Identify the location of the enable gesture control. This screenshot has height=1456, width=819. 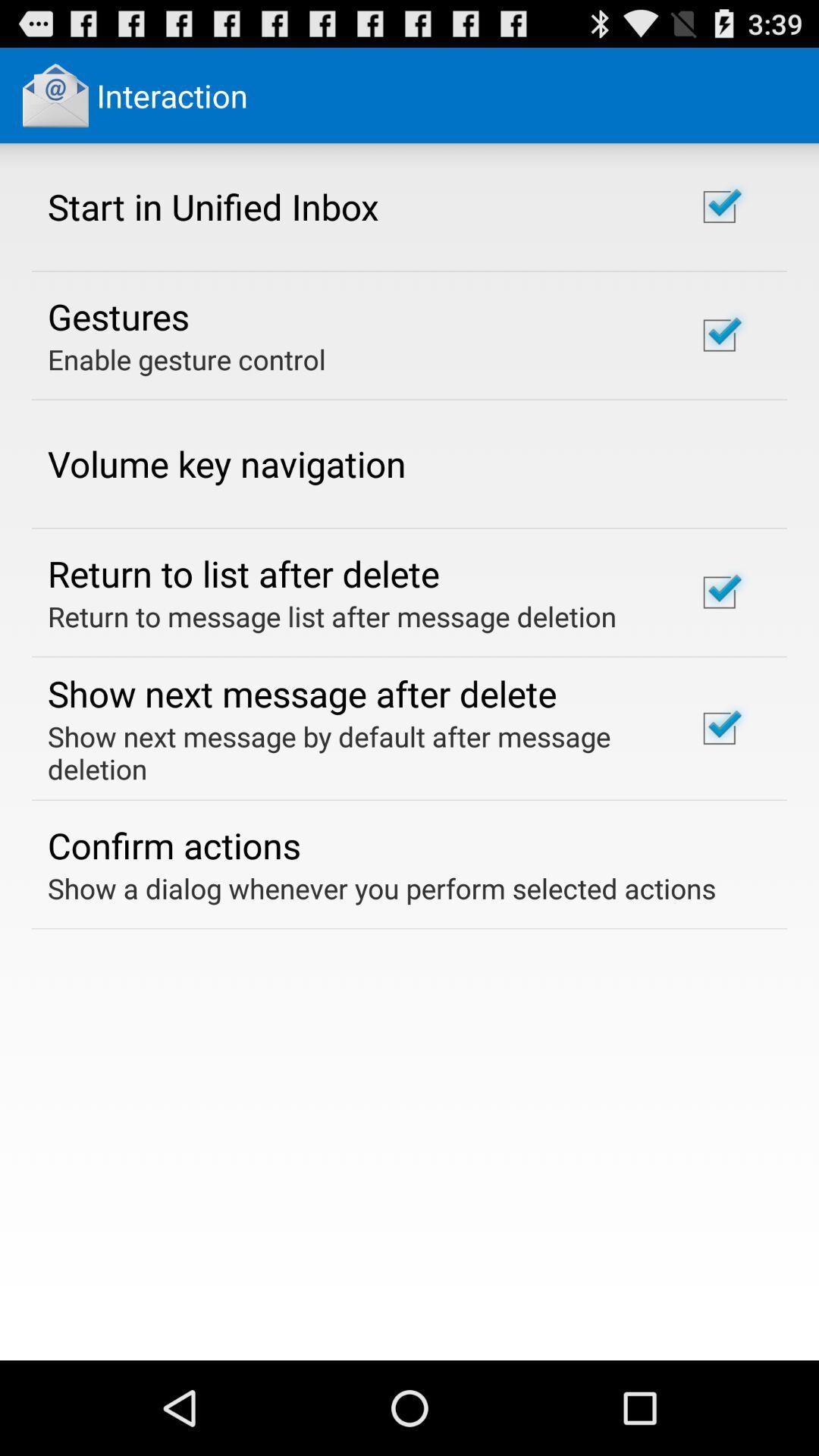
(186, 359).